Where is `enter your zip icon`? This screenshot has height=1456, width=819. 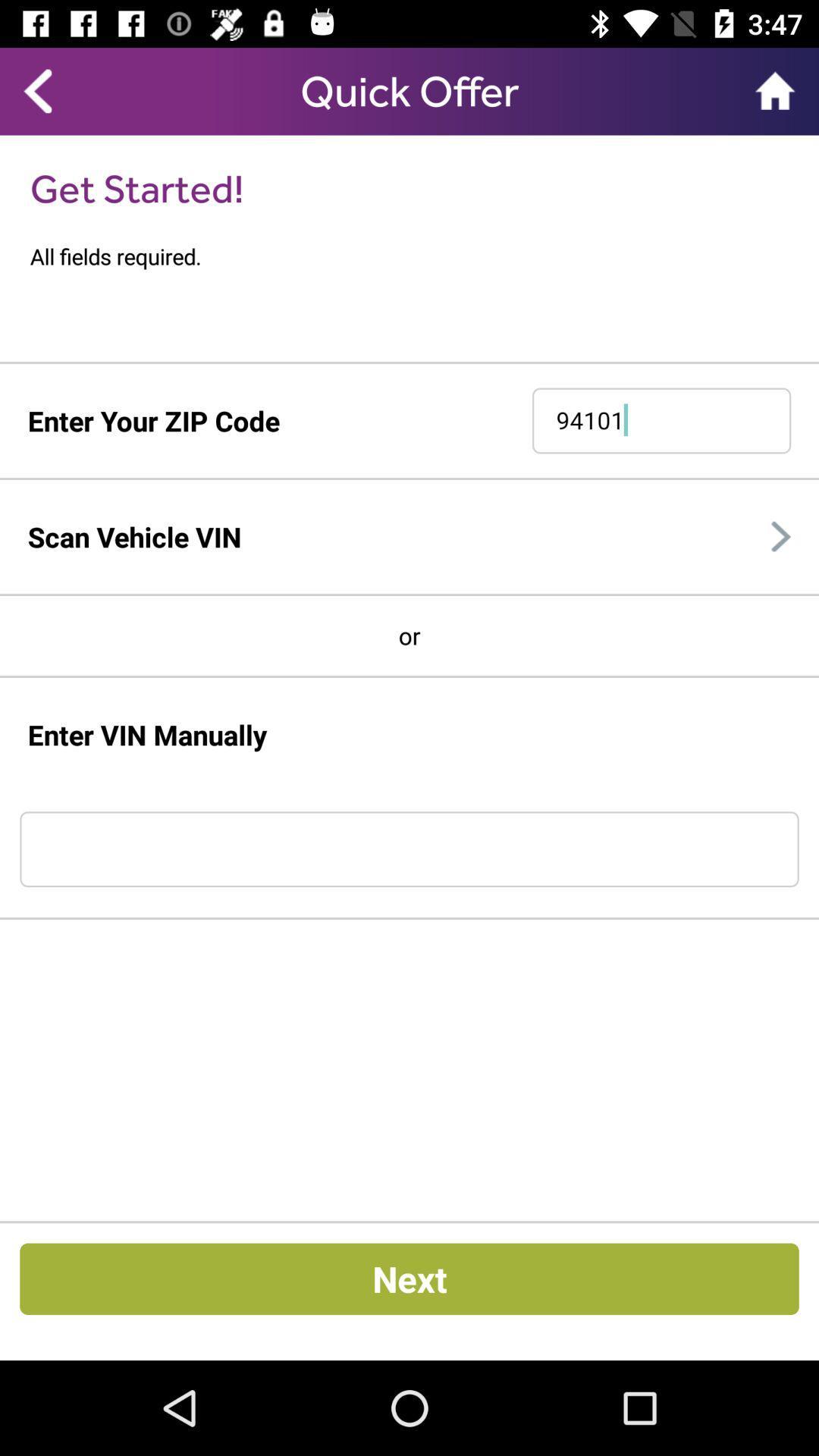
enter your zip icon is located at coordinates (153, 421).